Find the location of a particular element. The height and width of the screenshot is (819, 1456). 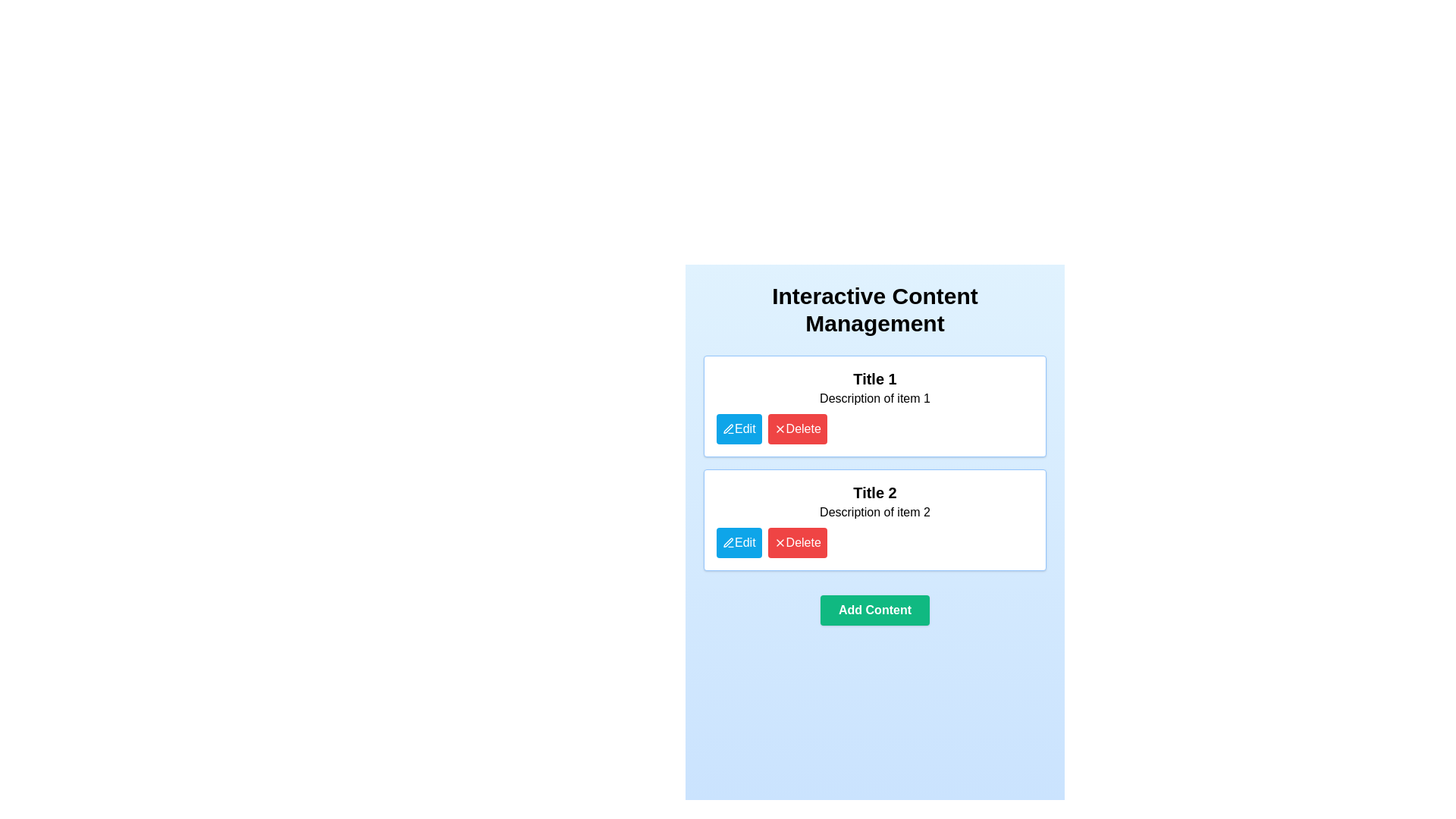

the bold, large title text that reads 'Interactive Content Management' at the top of the interface is located at coordinates (874, 309).